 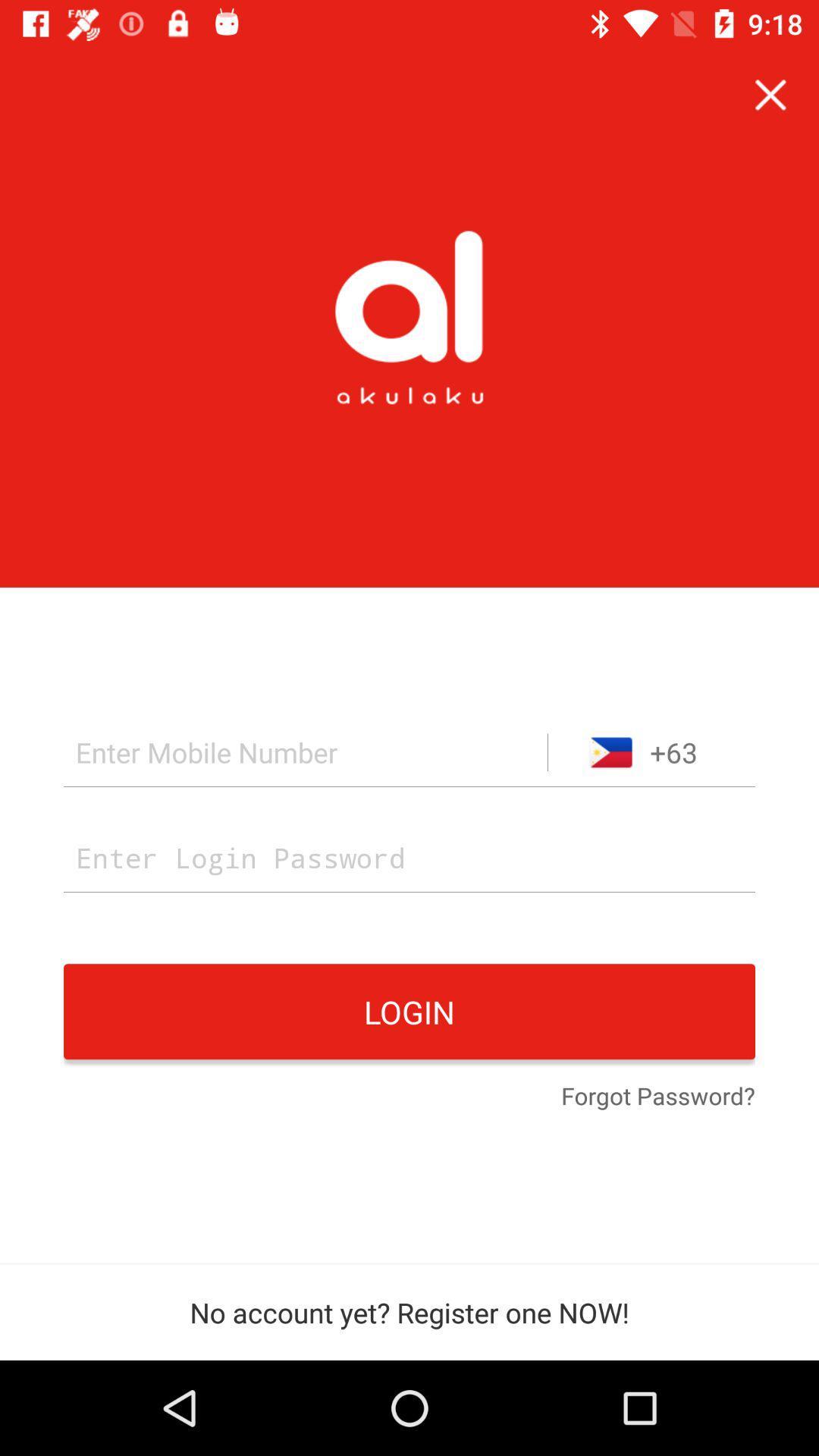 What do you see at coordinates (771, 94) in the screenshot?
I see `the icon above the +63 item` at bounding box center [771, 94].